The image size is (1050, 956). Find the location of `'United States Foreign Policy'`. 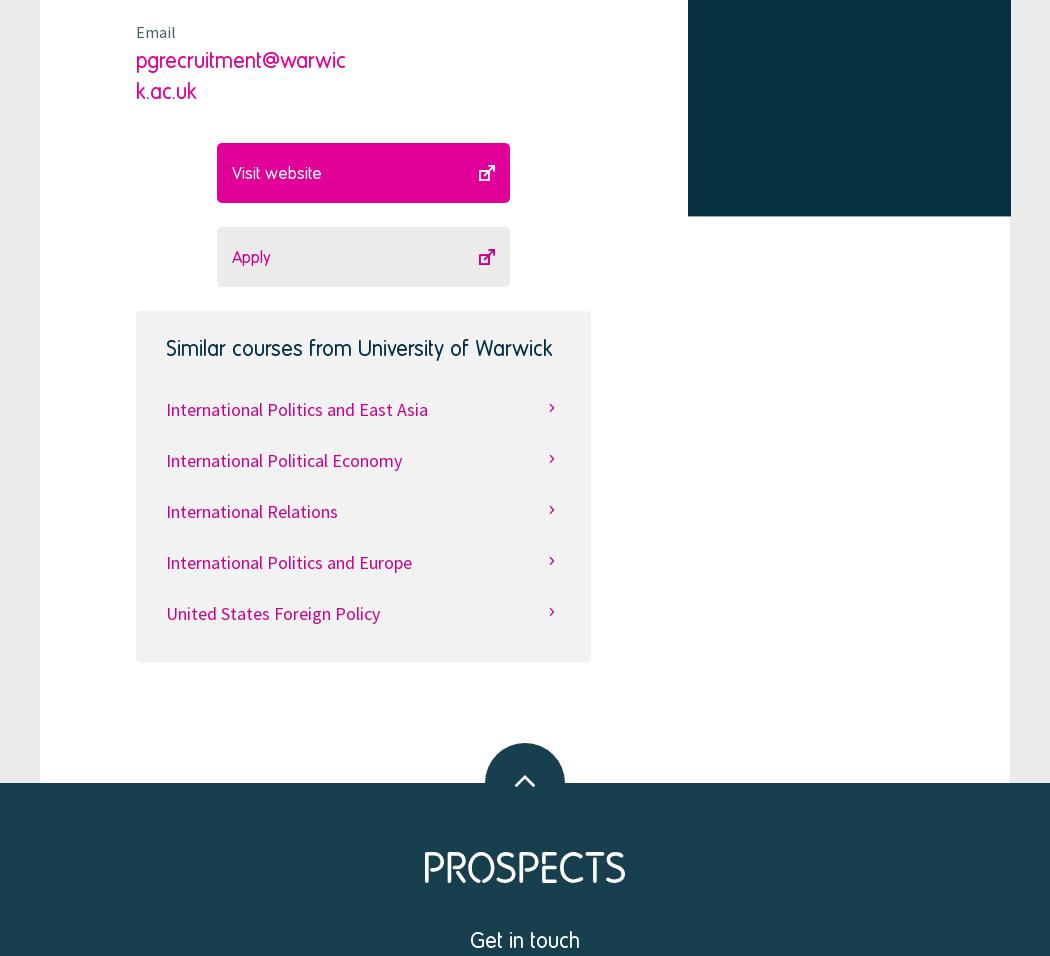

'United States Foreign Policy' is located at coordinates (270, 612).